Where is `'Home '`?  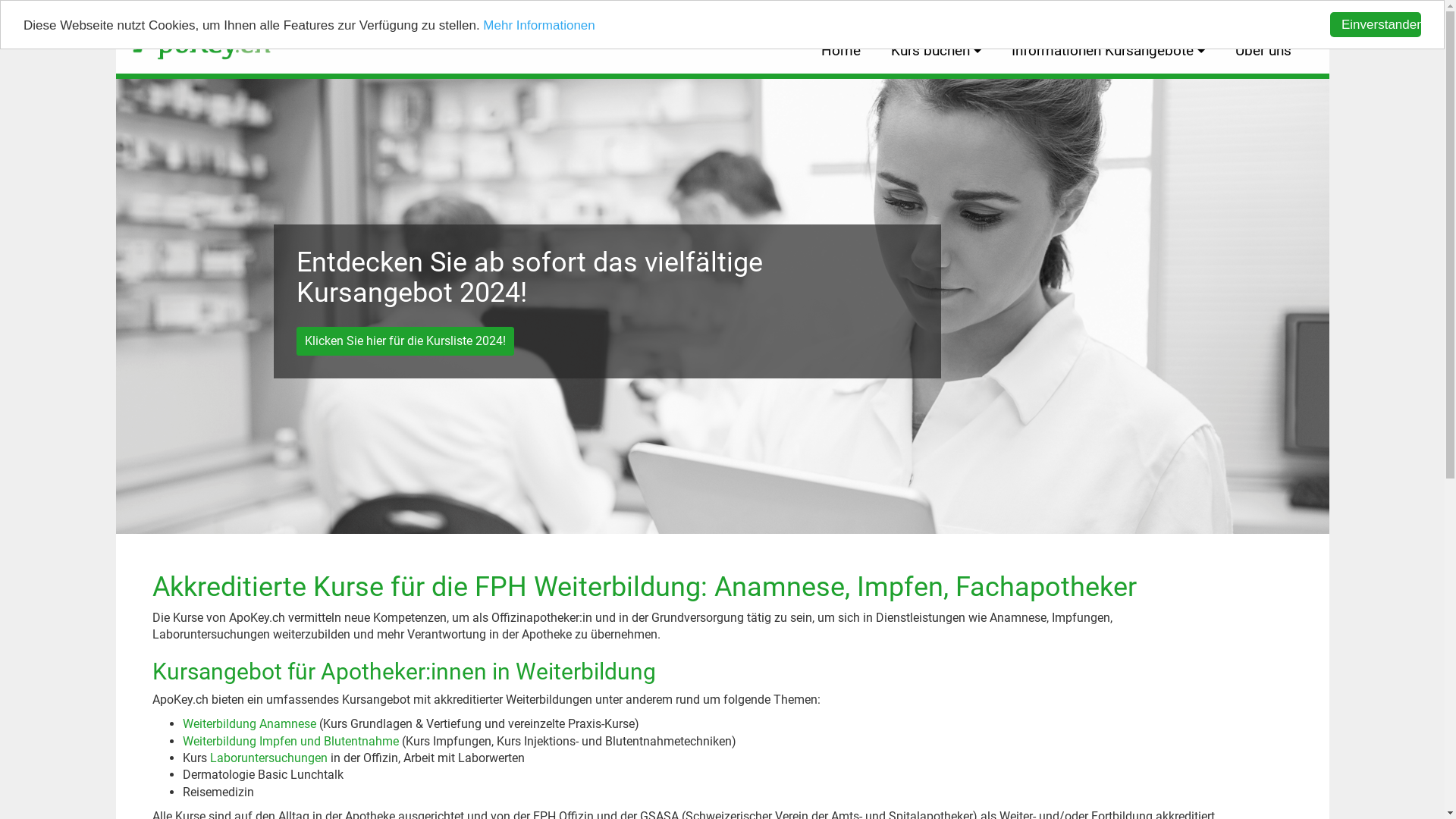
'Home ' is located at coordinates (193, 34).